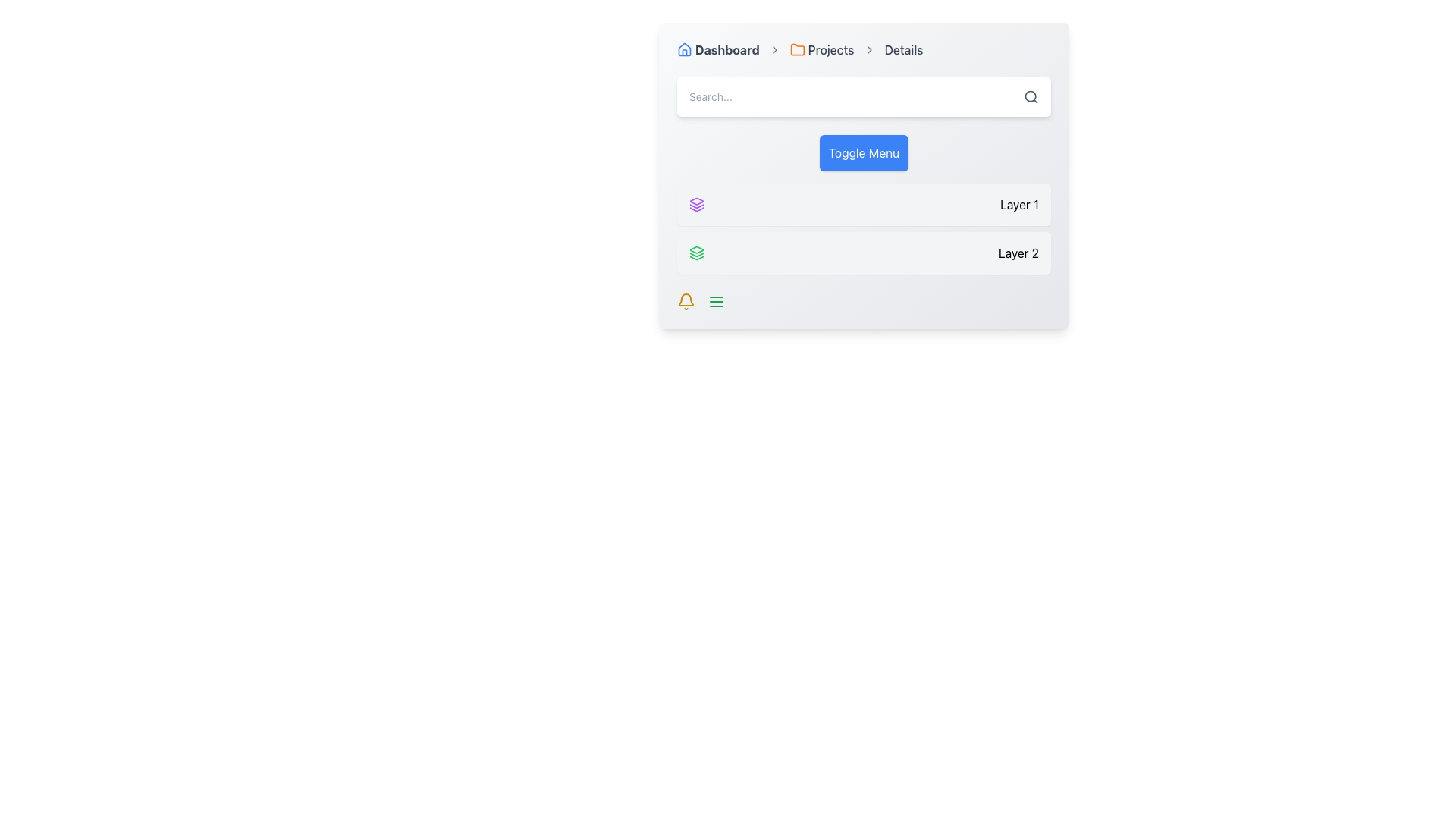  What do you see at coordinates (864, 152) in the screenshot?
I see `the bold blue button labeled 'Toggle Menu' located below the search bar` at bounding box center [864, 152].